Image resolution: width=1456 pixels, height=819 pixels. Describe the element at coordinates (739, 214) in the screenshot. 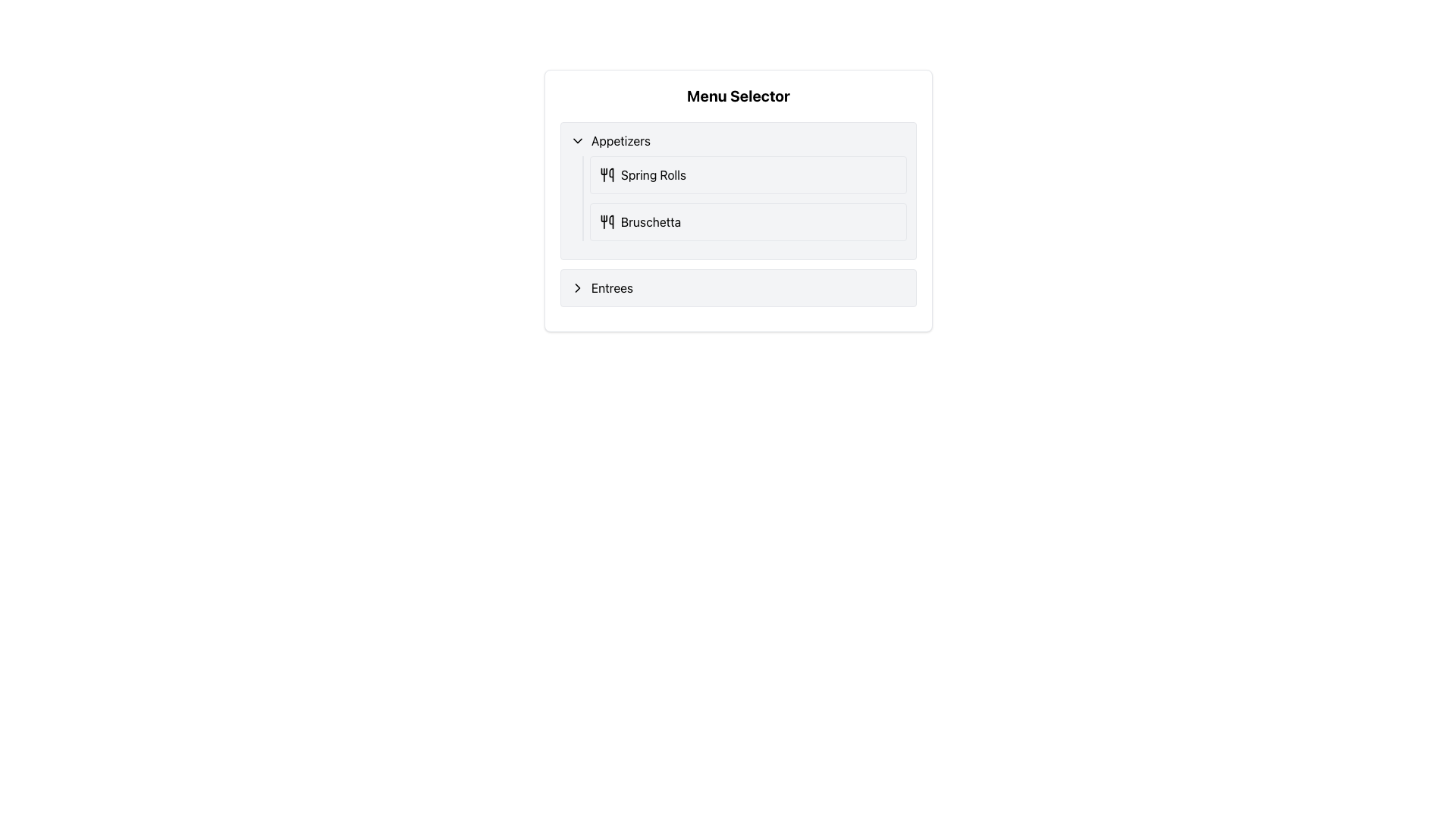

I see `the item in the categorized menu list for selecting appetizers, specifically located within the 'Menu Selector' card, under the 'Appetizers' section` at that location.